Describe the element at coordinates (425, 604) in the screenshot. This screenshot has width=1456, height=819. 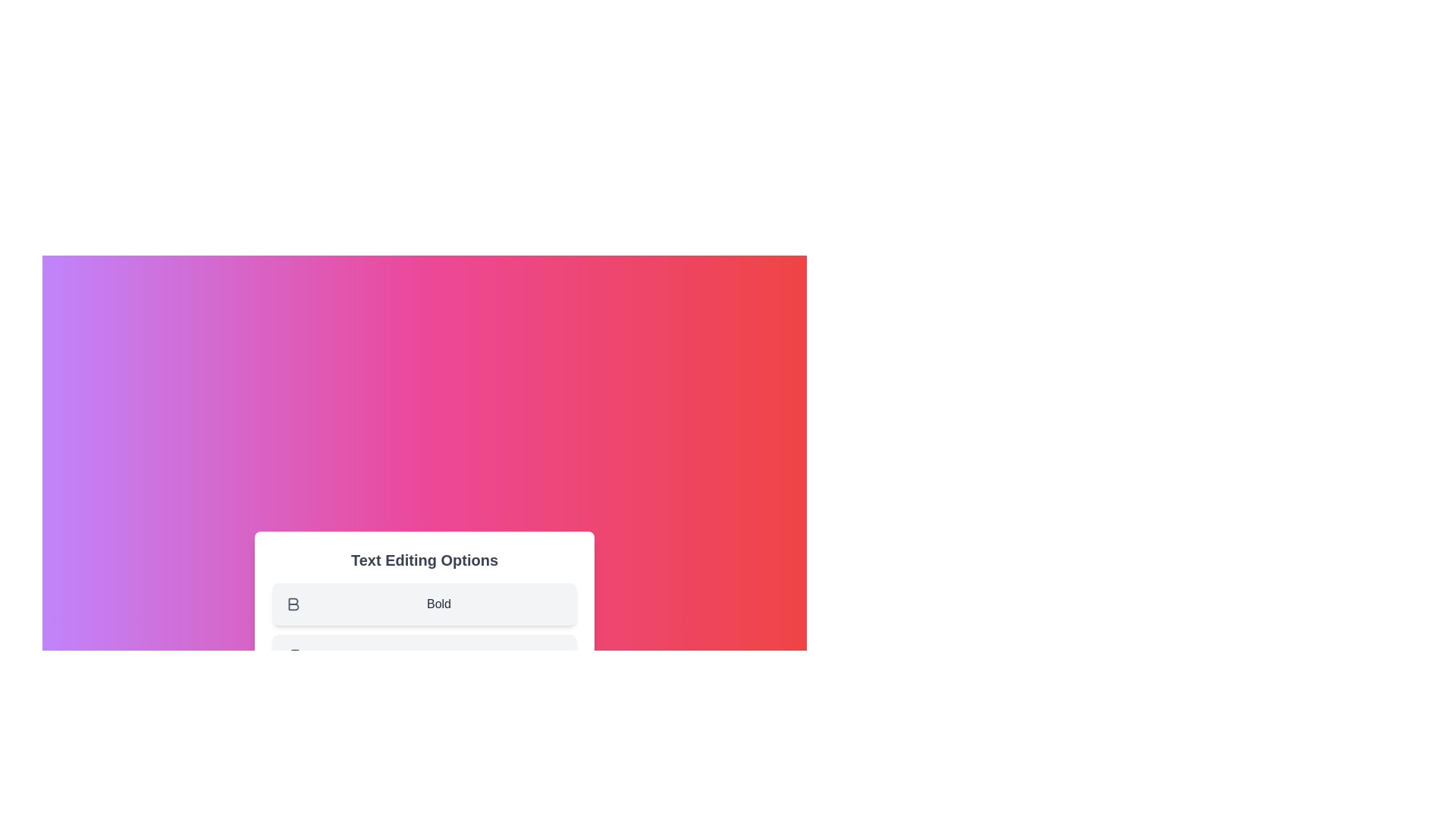
I see `the menu option Bold to observe the visual effect` at that location.